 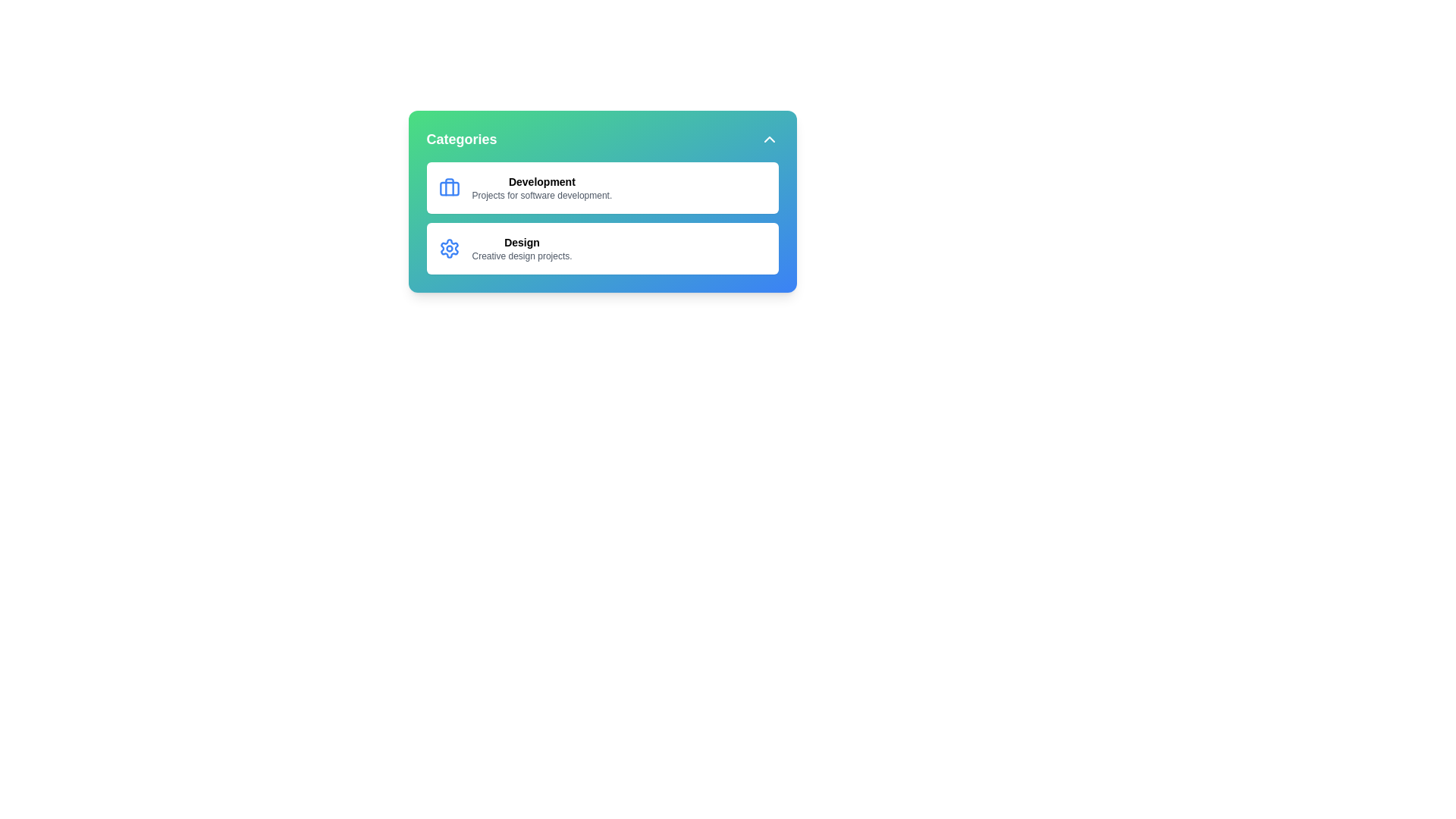 I want to click on the category Design to view additional visual feedback, so click(x=601, y=247).